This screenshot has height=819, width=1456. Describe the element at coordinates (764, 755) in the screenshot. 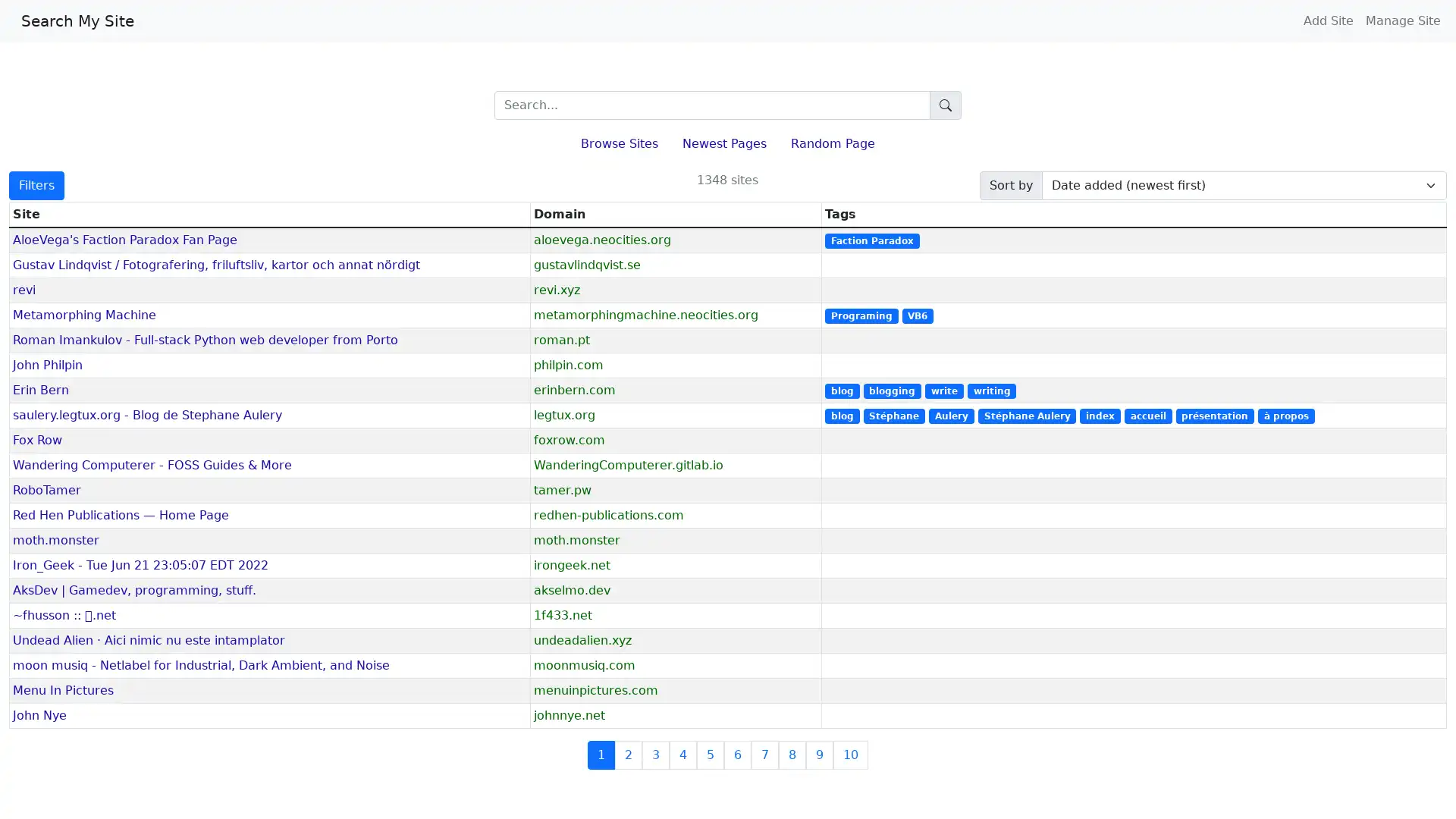

I see `7` at that location.